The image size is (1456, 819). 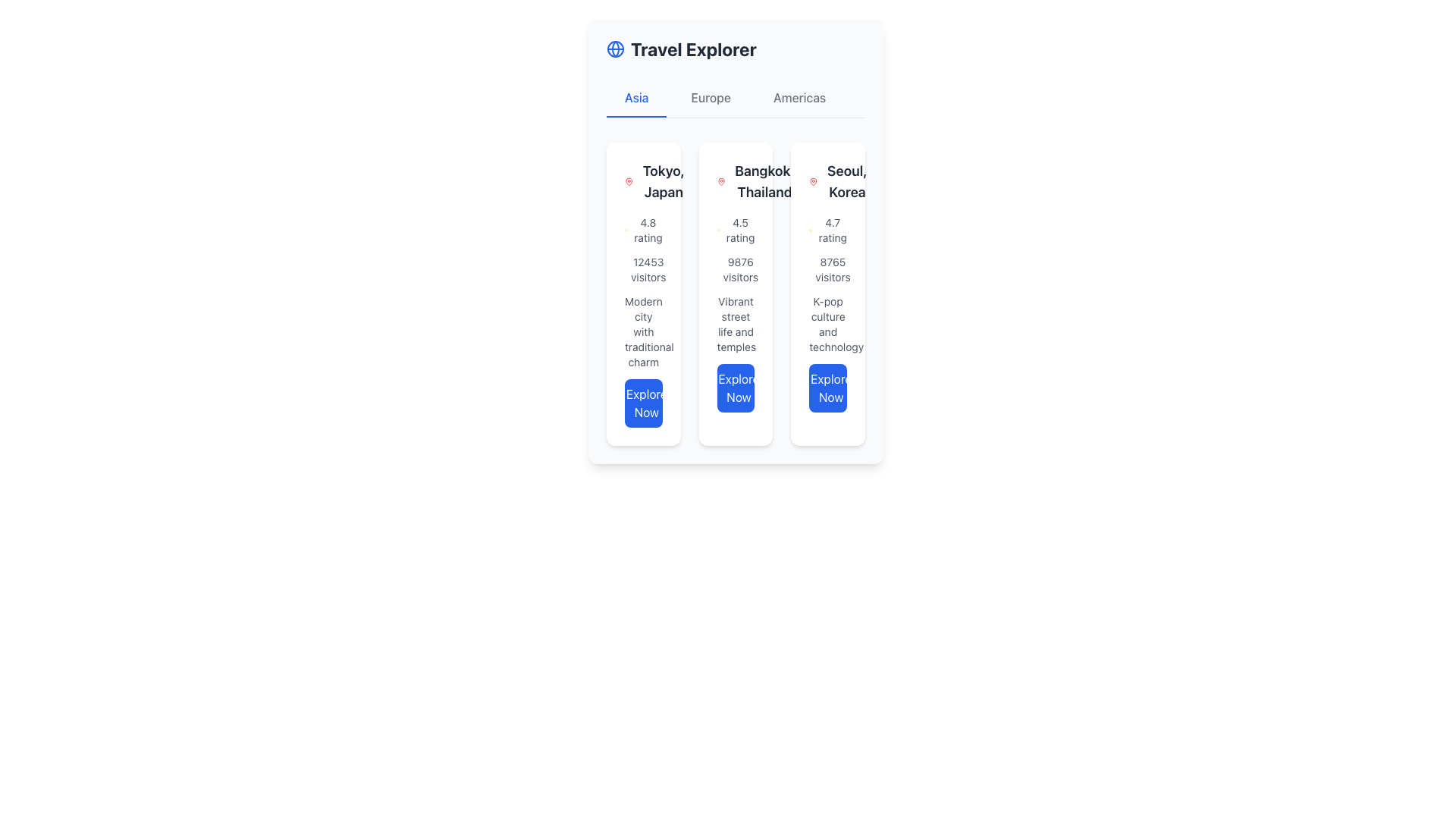 What do you see at coordinates (832, 268) in the screenshot?
I see `the displayed information about the number of visitors for the destination 'Seoul, Korea' from the Text display located in the rightmost column of the three panels under the 'Asia' tab in the 'Travel Explorer' section` at bounding box center [832, 268].